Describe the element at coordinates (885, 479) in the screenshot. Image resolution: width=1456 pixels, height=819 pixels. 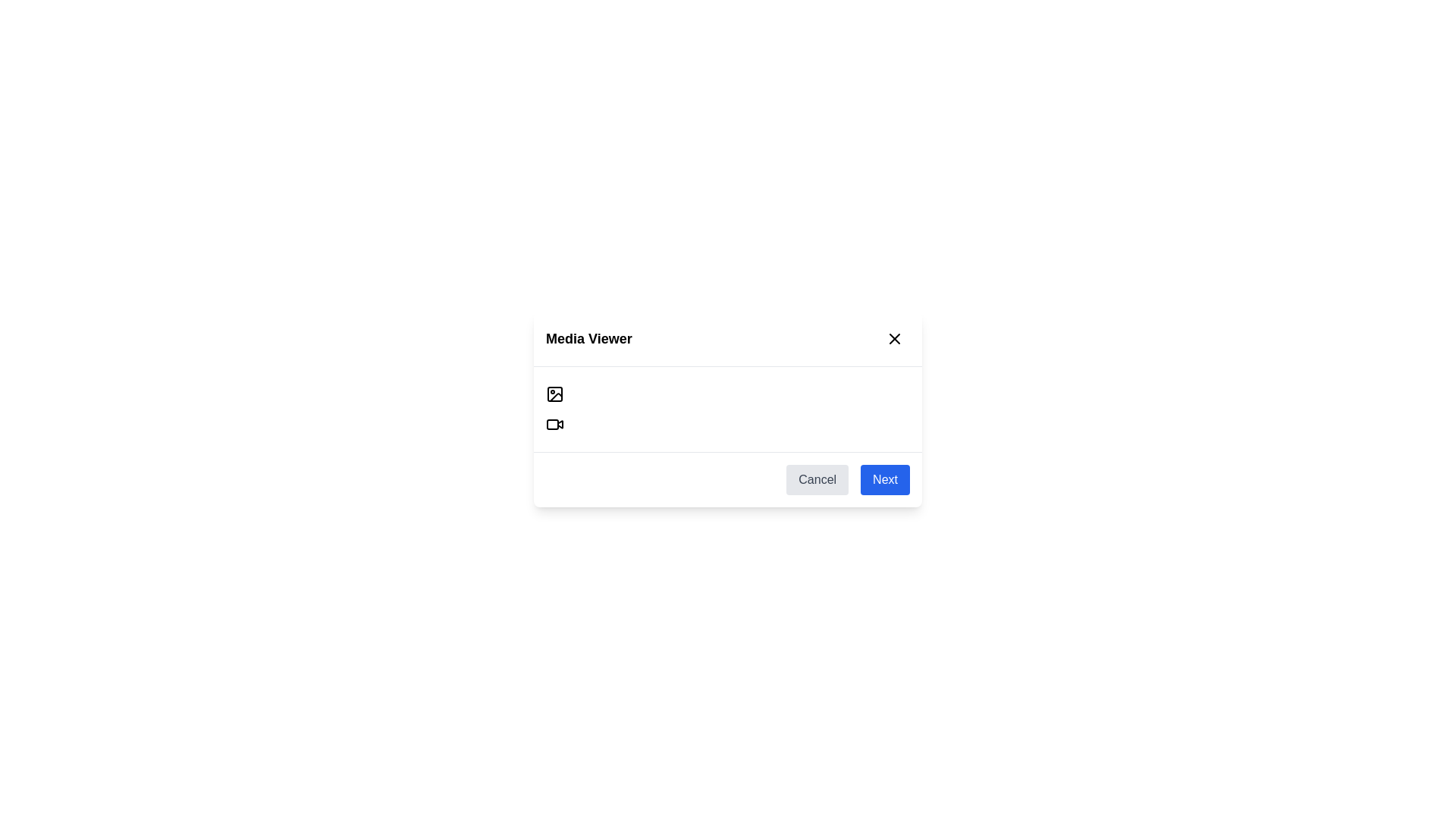
I see `the proceed button located on the bottom-right side of the dialog box, which is the second button from the left, positioned to the right of the 'Cancel' button, to initiate the next action in the workflow` at that location.